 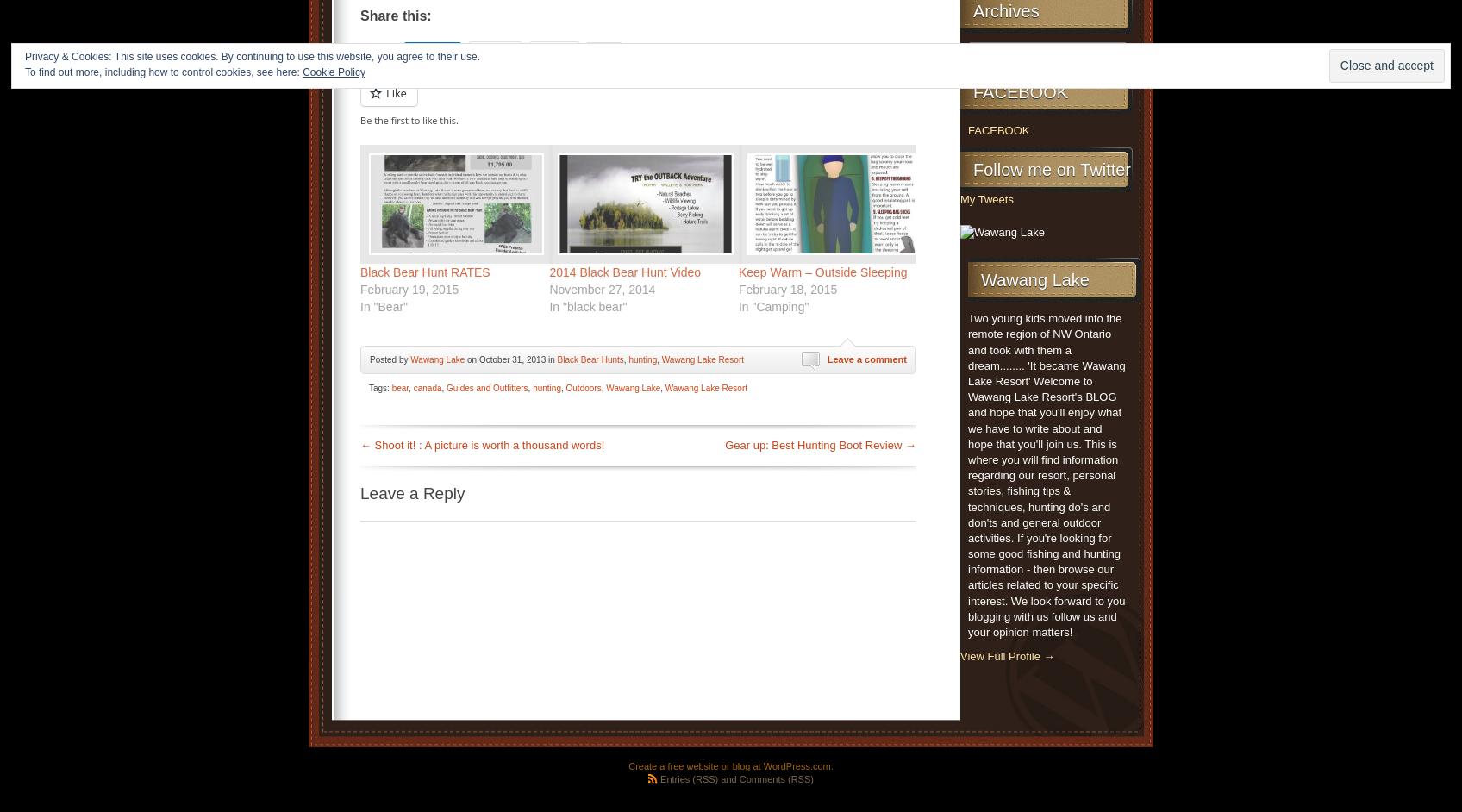 What do you see at coordinates (400, 386) in the screenshot?
I see `'bear'` at bounding box center [400, 386].